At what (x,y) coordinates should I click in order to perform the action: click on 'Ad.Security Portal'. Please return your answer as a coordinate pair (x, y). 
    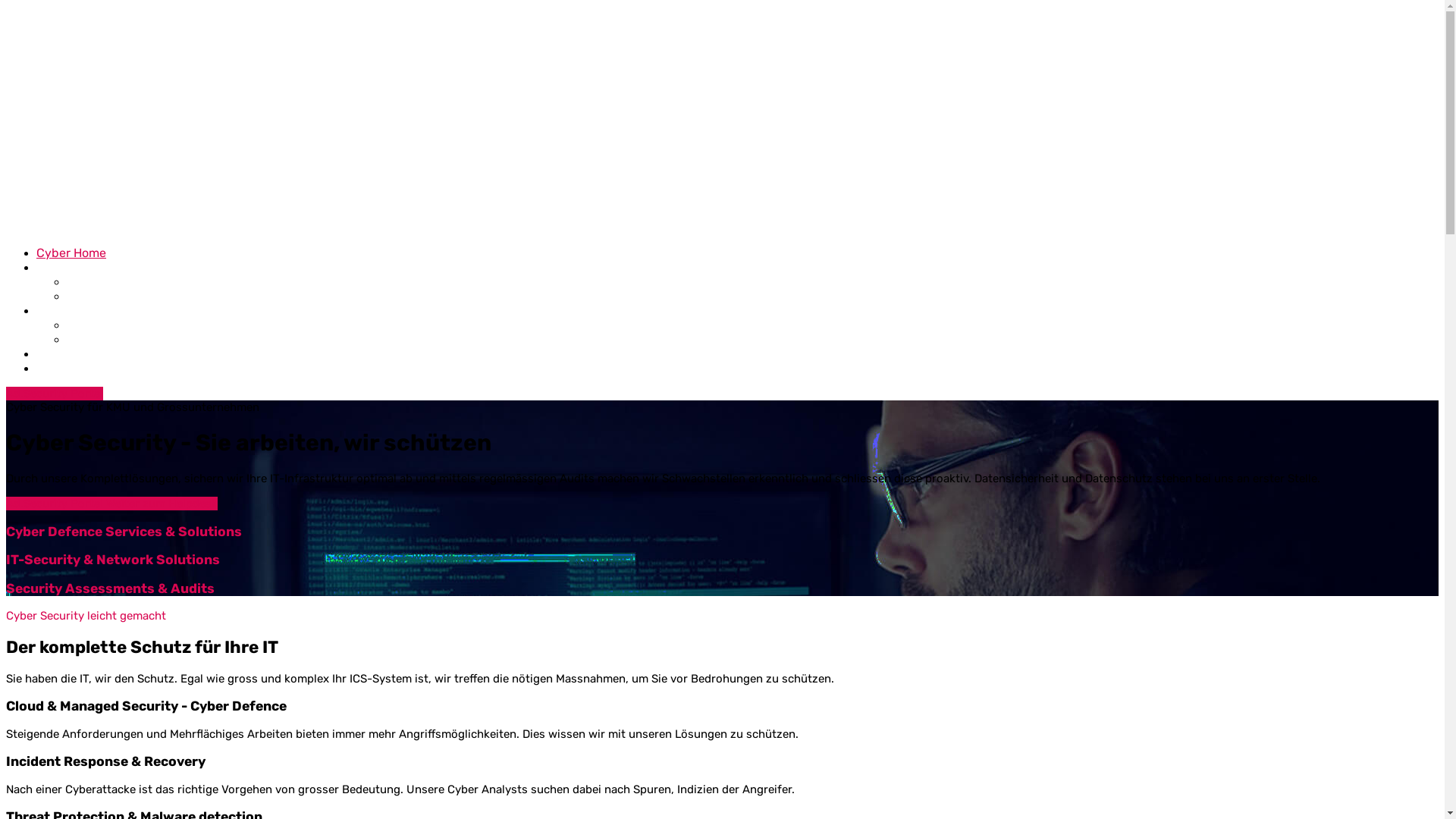
    Looking at the image, I should click on (55, 393).